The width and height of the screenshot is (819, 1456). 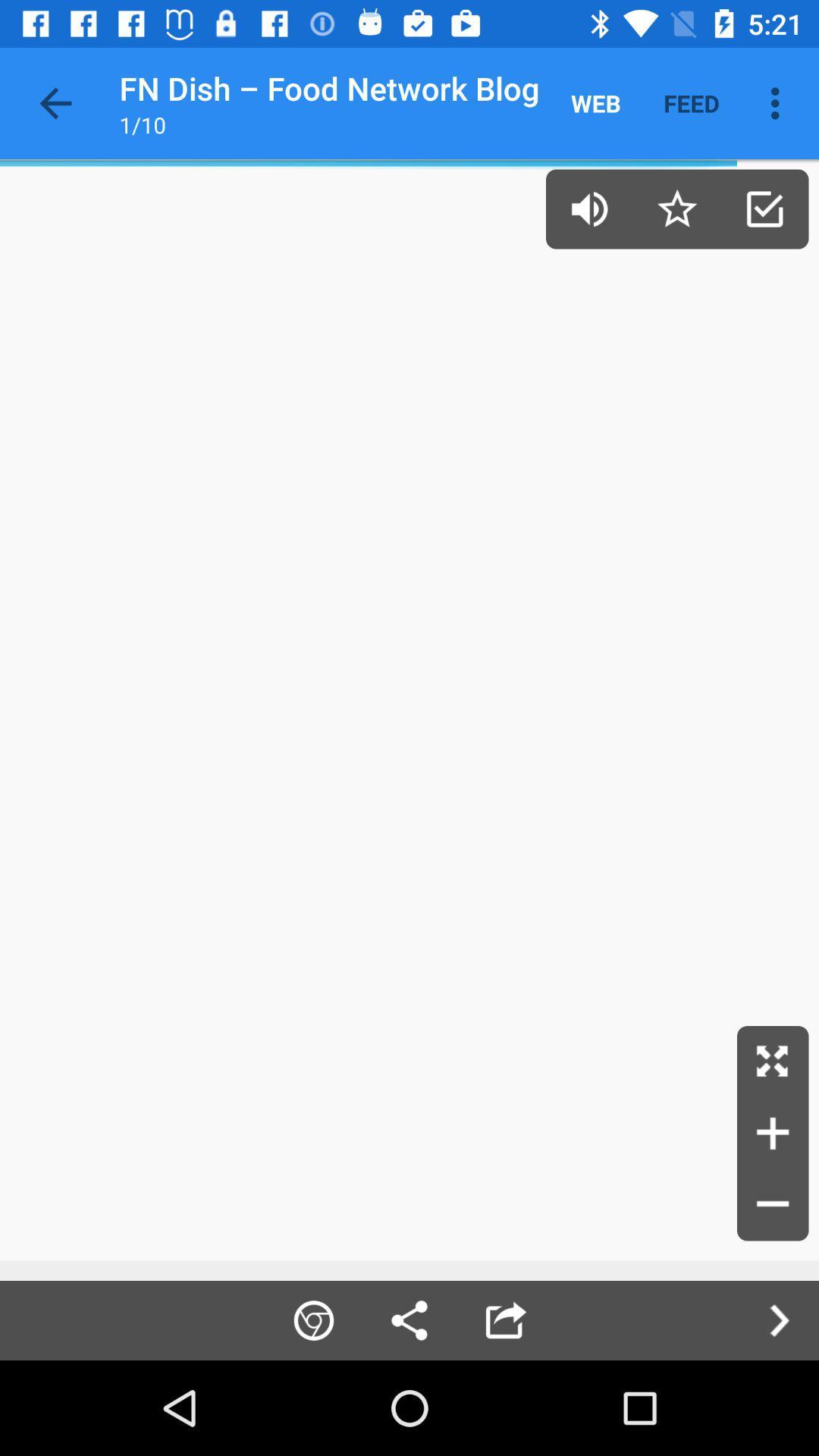 What do you see at coordinates (595, 102) in the screenshot?
I see `the app next to fn dish food icon` at bounding box center [595, 102].